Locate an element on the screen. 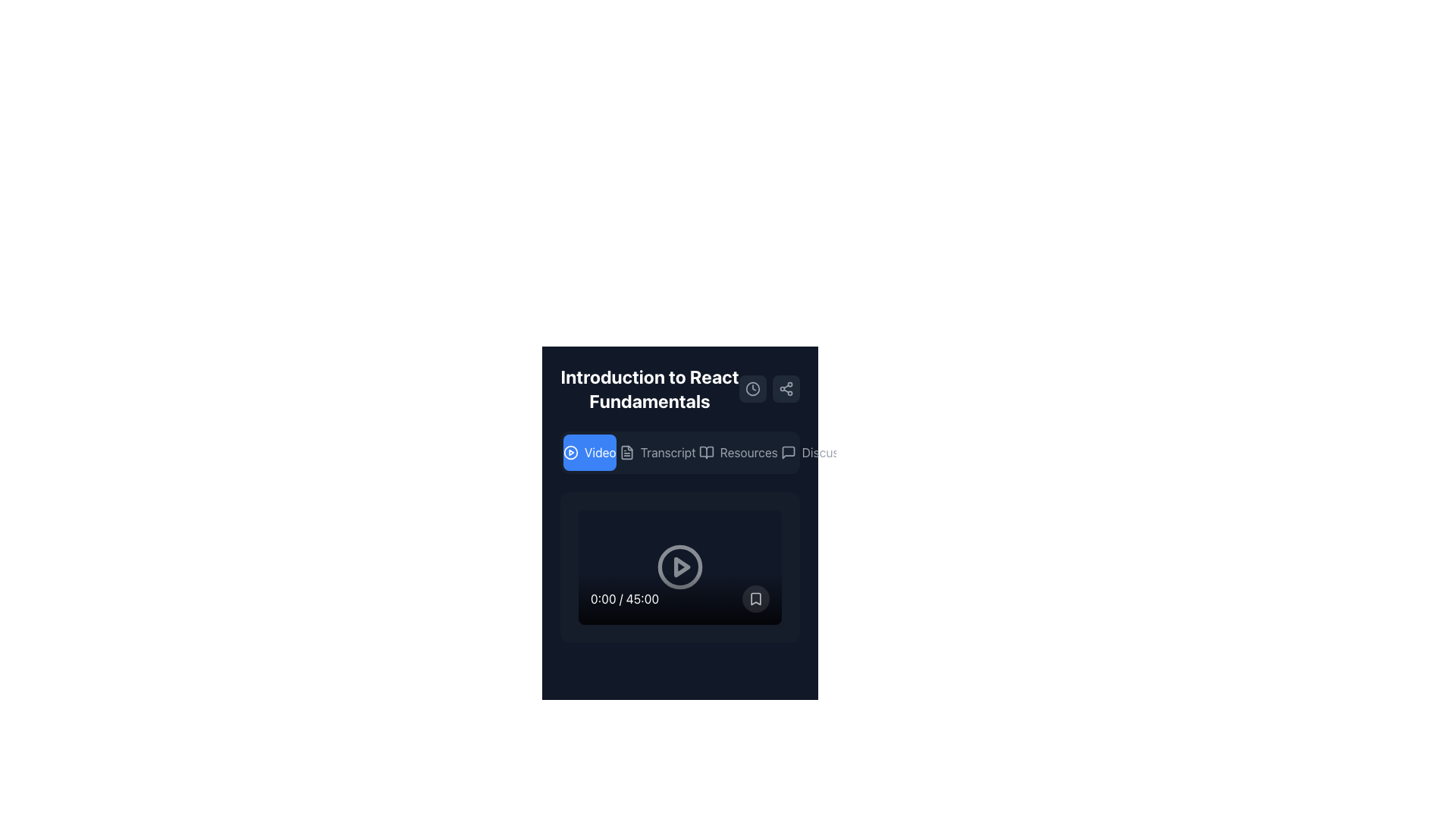  the play icon representing the video button for 'Introduction to React Fundamentals' by moving the cursor to its center is located at coordinates (570, 452).